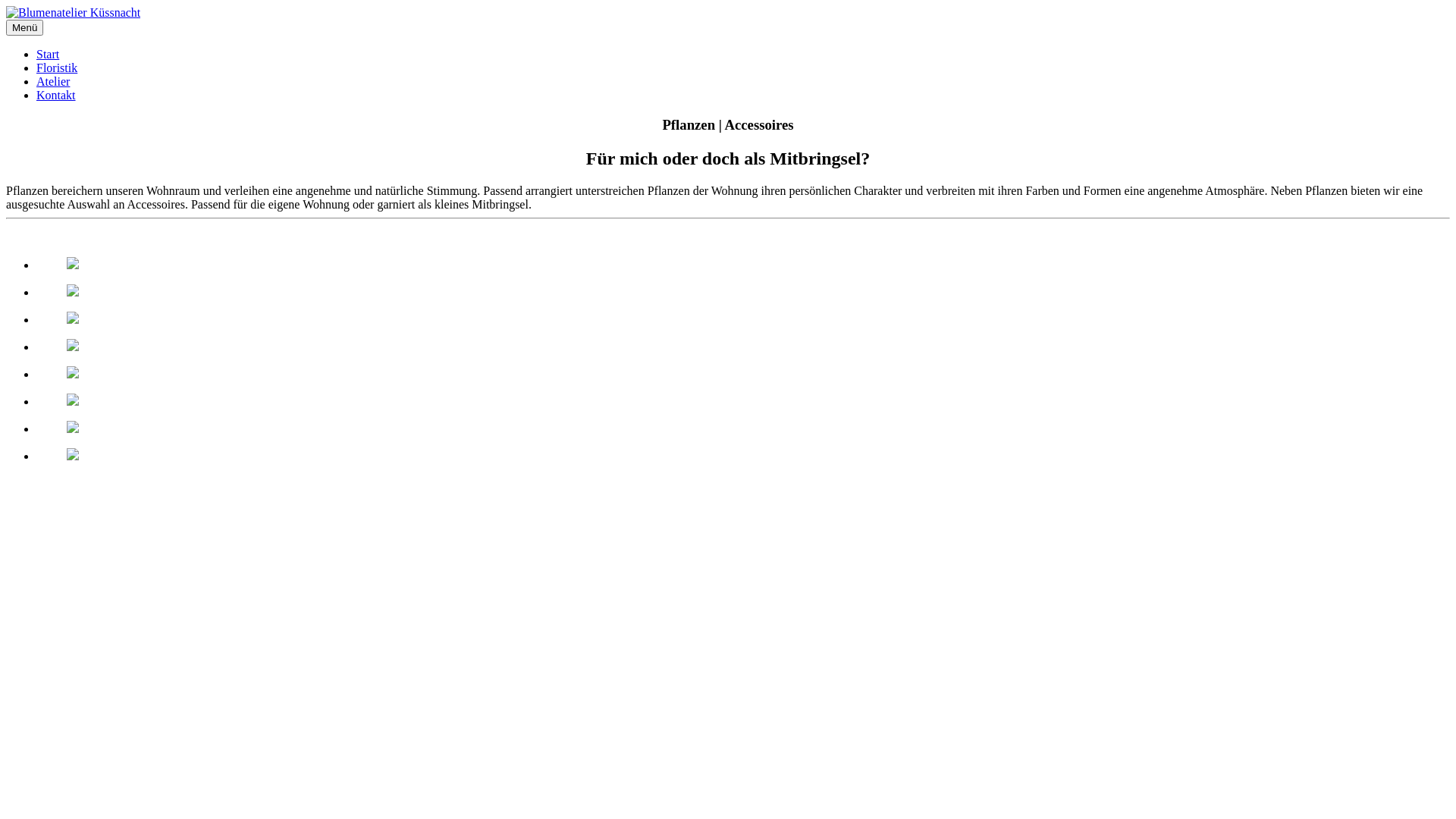  I want to click on 'Start', so click(47, 53).